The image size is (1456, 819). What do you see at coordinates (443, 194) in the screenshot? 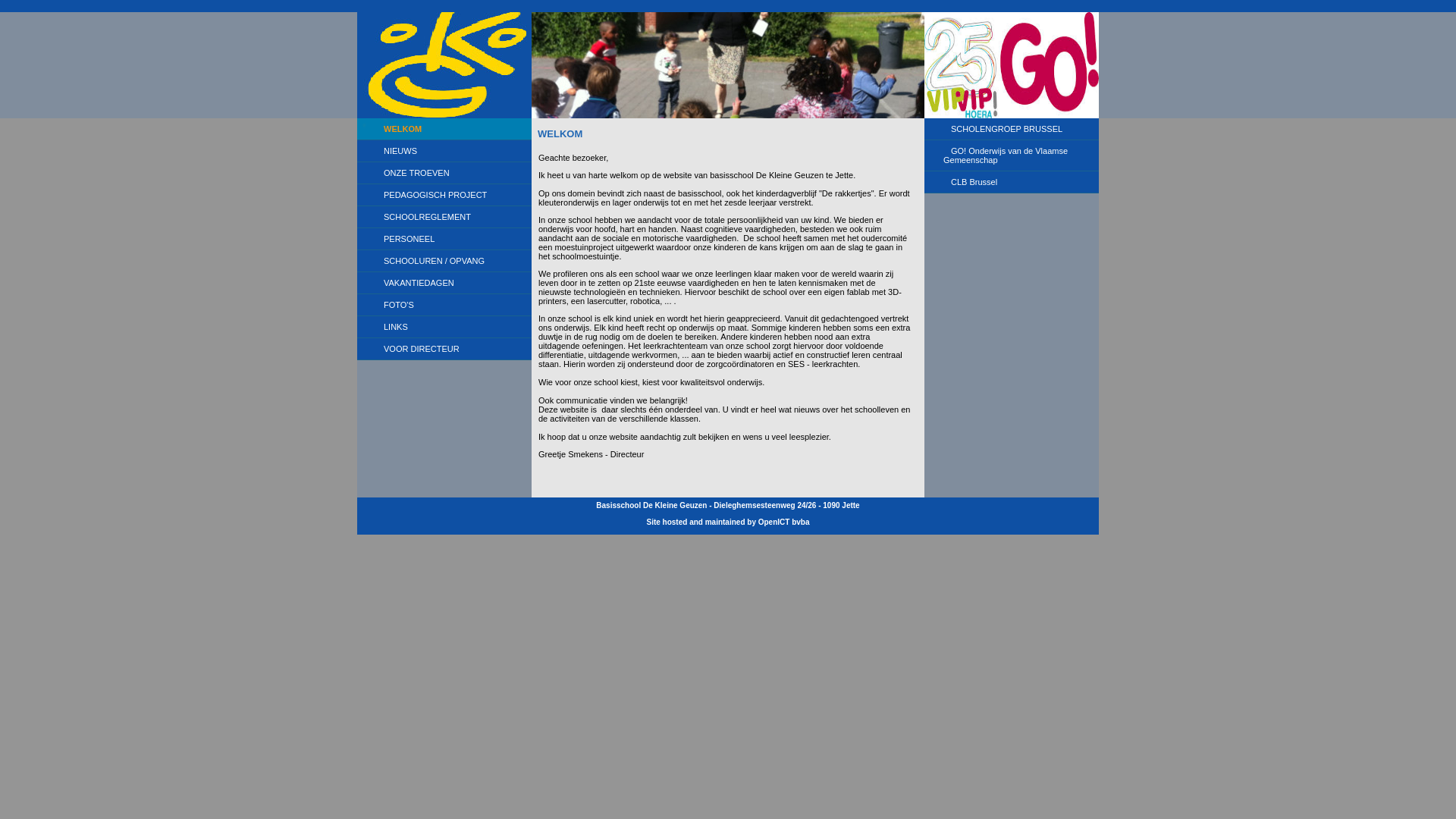
I see `'PEDAGOGISCH PROJECT'` at bounding box center [443, 194].